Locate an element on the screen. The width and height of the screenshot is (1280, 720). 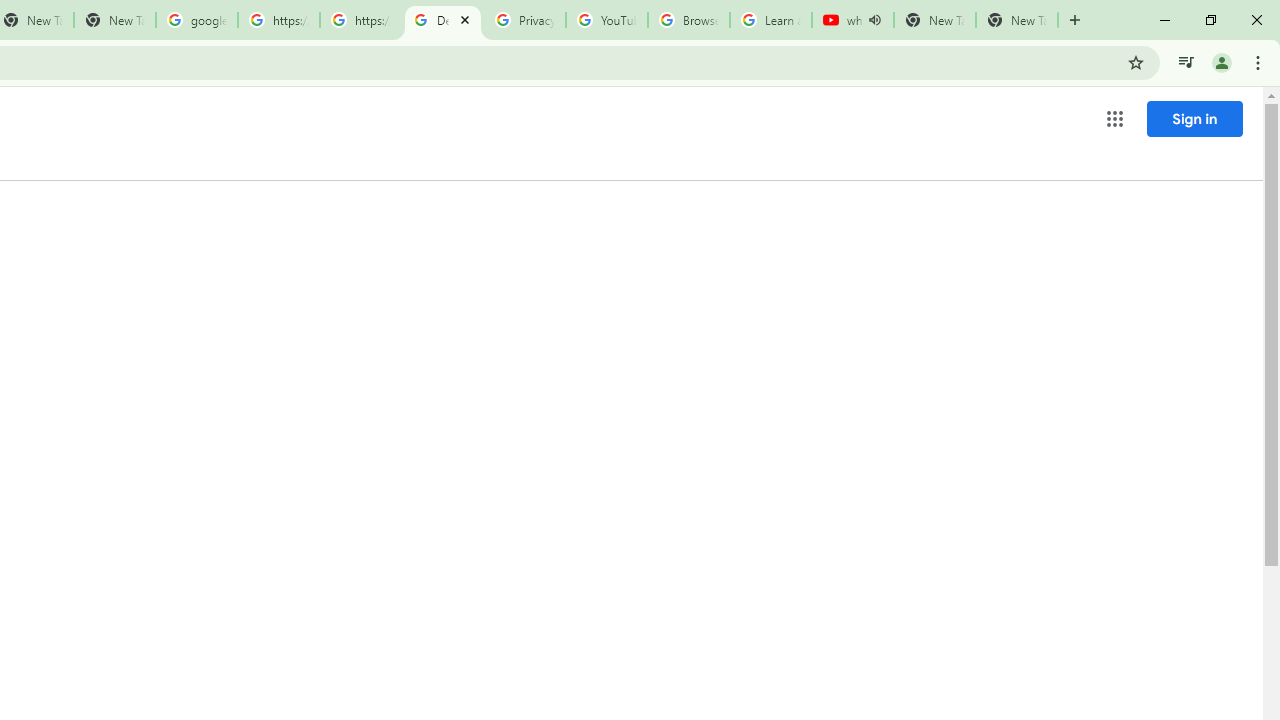
'https://scholar.google.com/' is located at coordinates (360, 20).